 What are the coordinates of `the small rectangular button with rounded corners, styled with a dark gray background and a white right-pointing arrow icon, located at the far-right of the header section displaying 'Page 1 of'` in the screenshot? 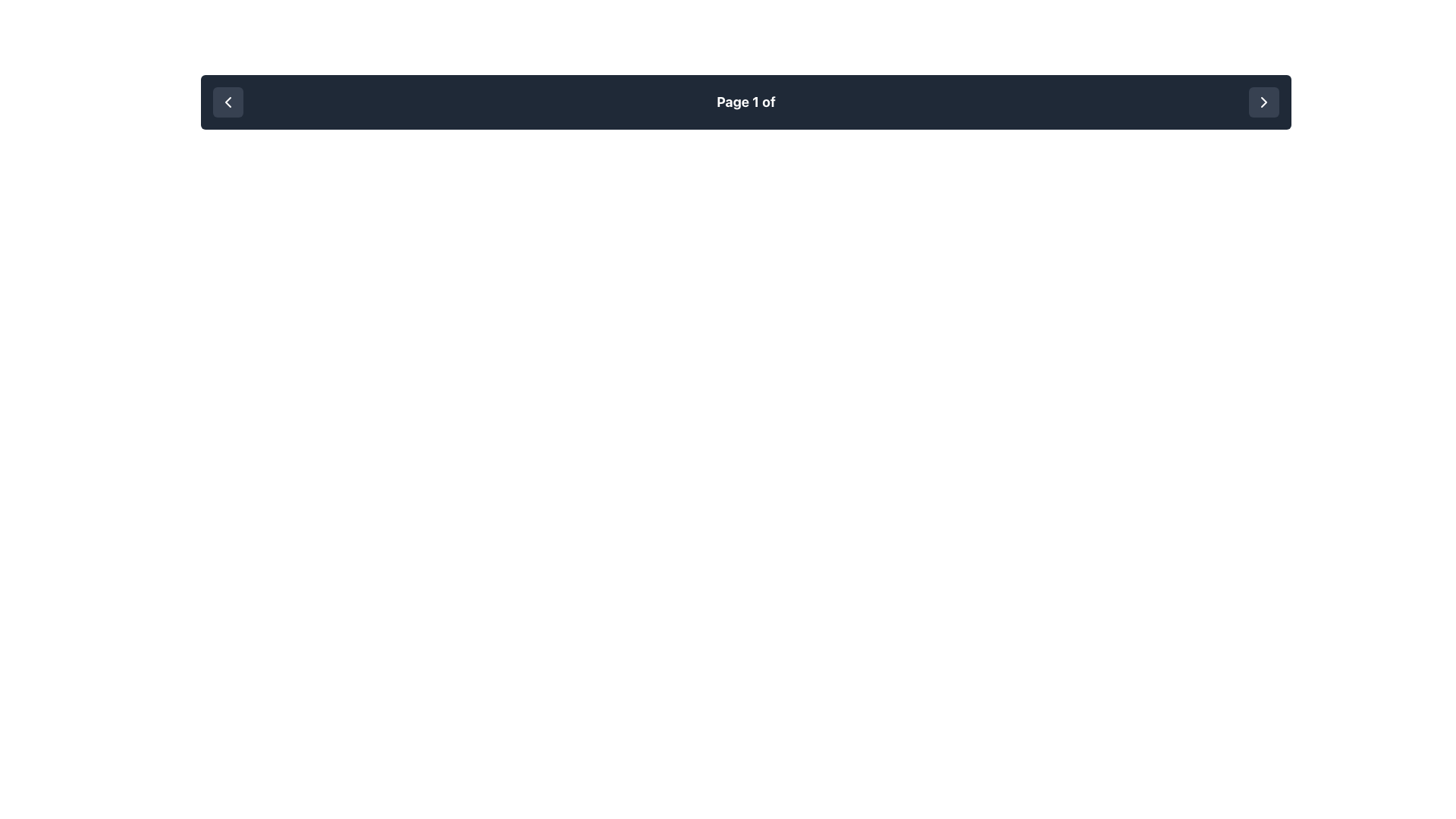 It's located at (1263, 102).